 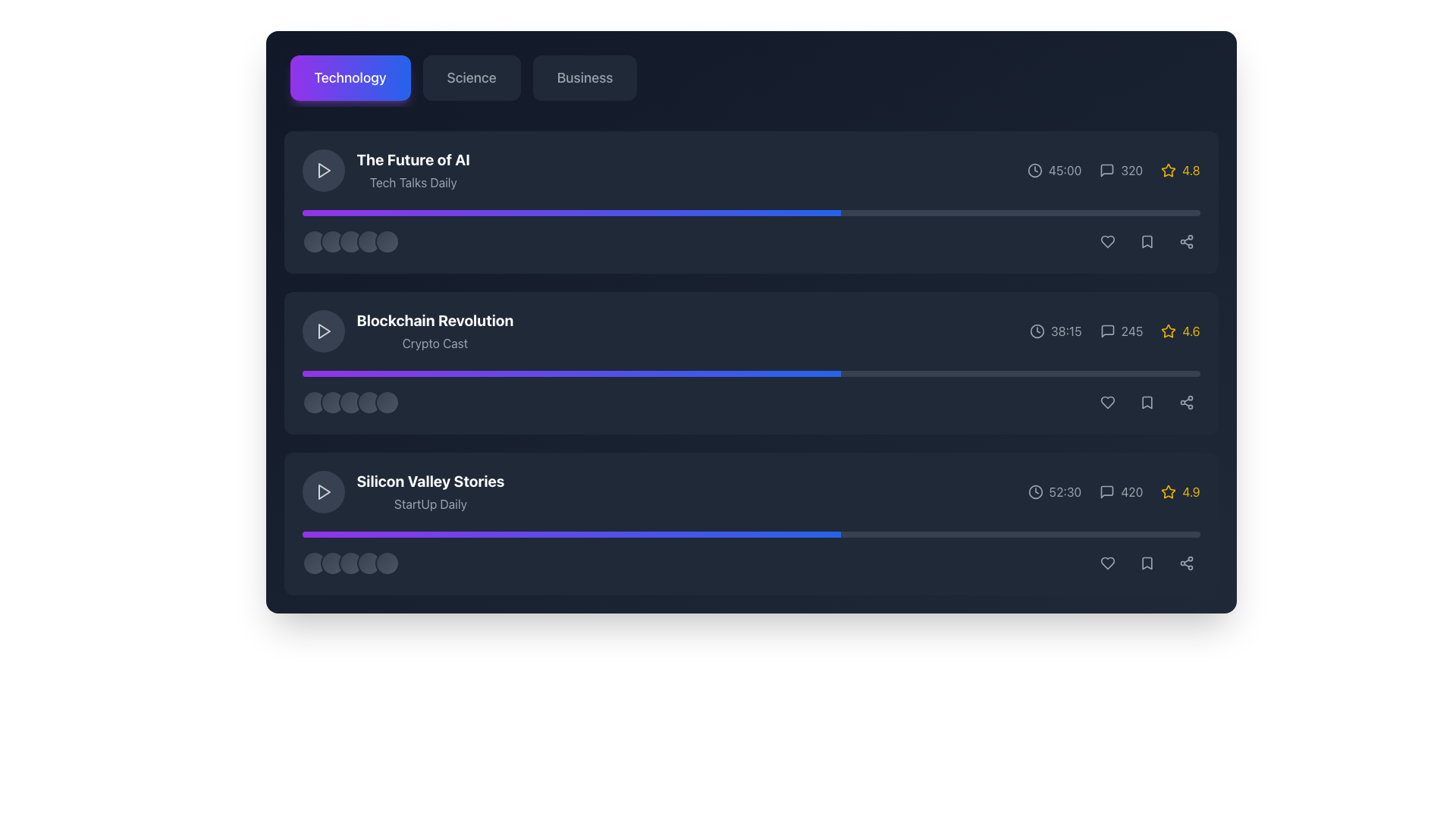 I want to click on the playback button located, so click(x=322, y=170).